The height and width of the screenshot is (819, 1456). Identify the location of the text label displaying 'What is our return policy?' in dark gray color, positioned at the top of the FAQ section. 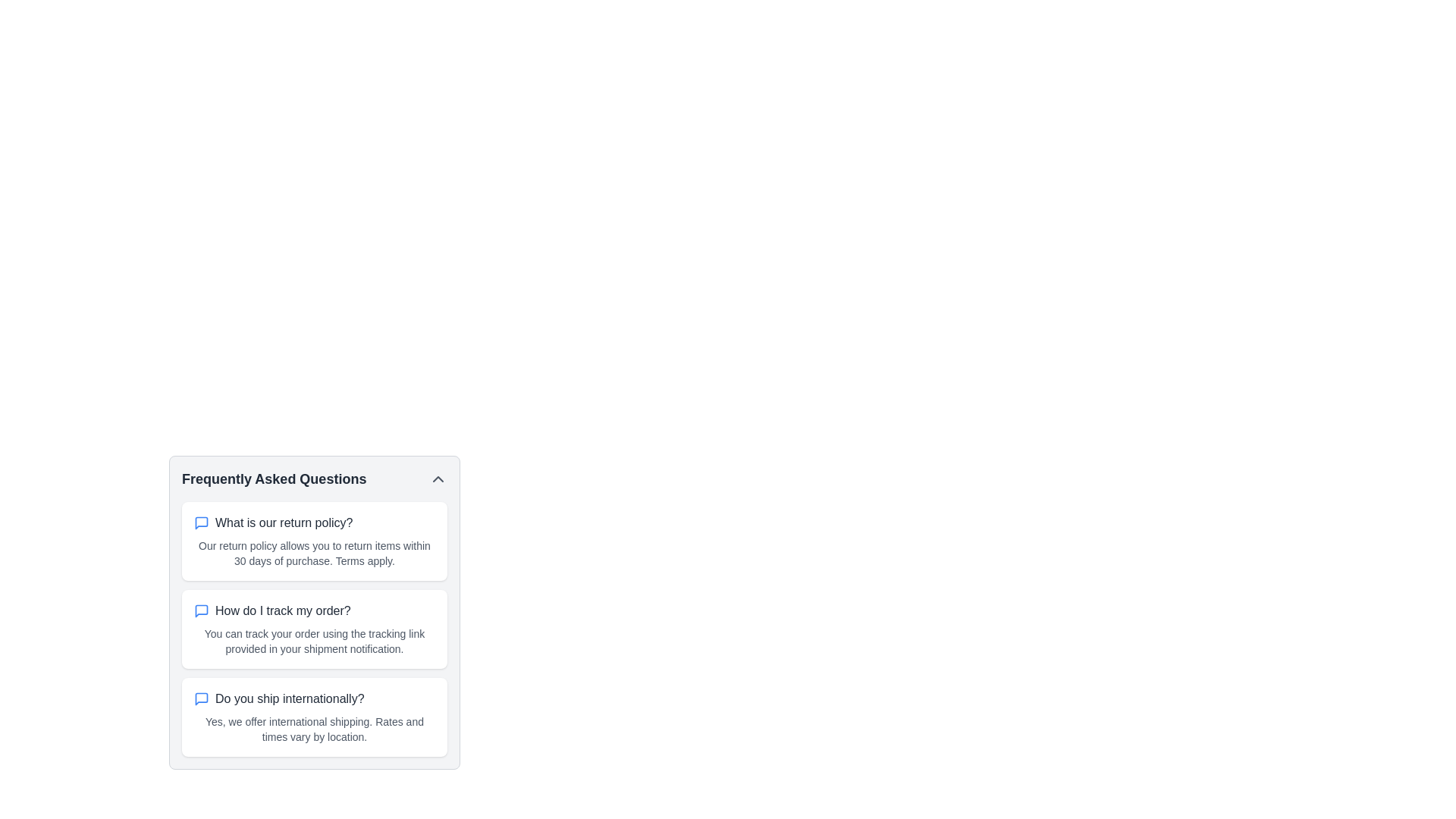
(284, 522).